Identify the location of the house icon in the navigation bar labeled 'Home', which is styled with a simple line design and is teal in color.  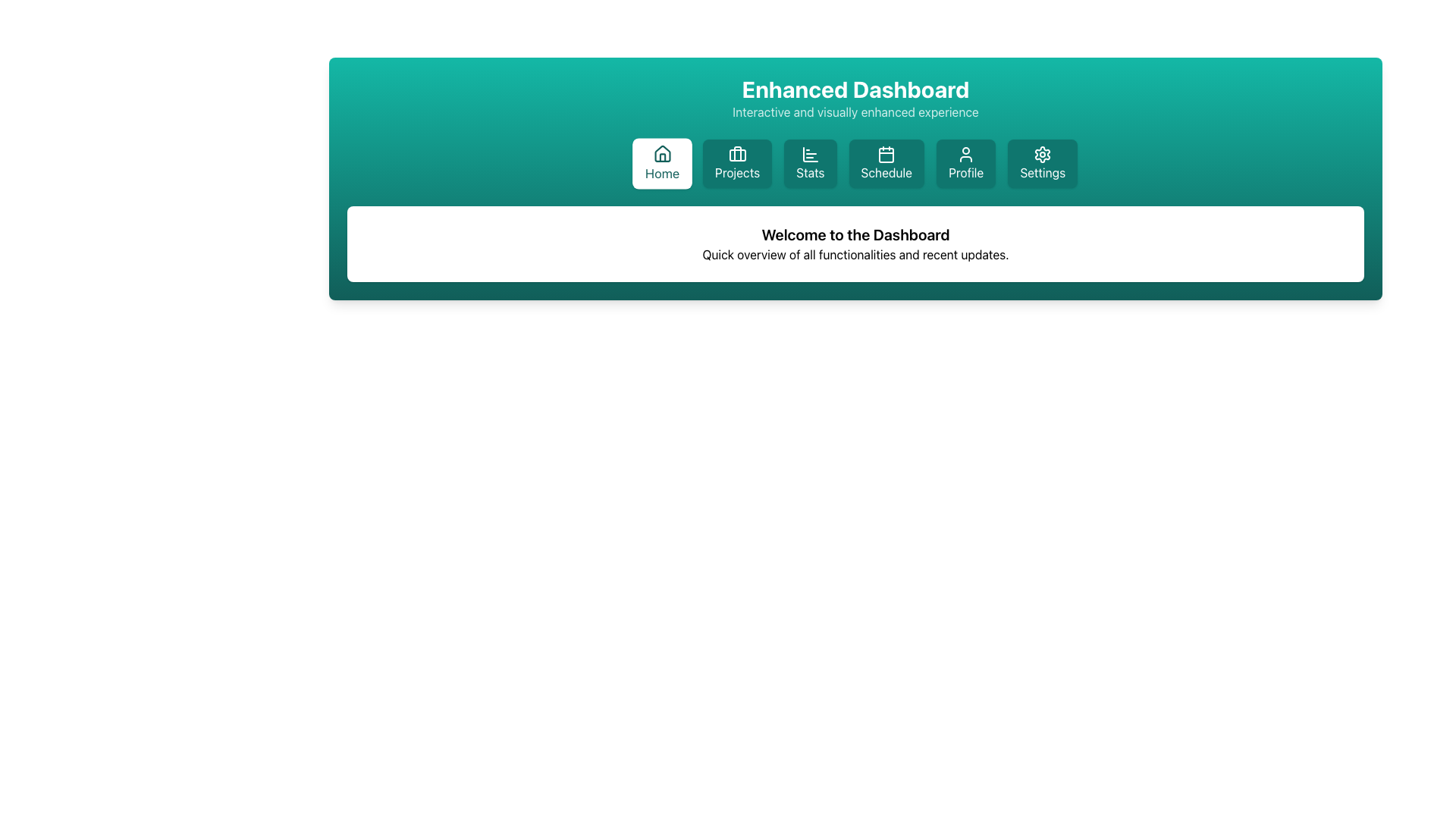
(662, 154).